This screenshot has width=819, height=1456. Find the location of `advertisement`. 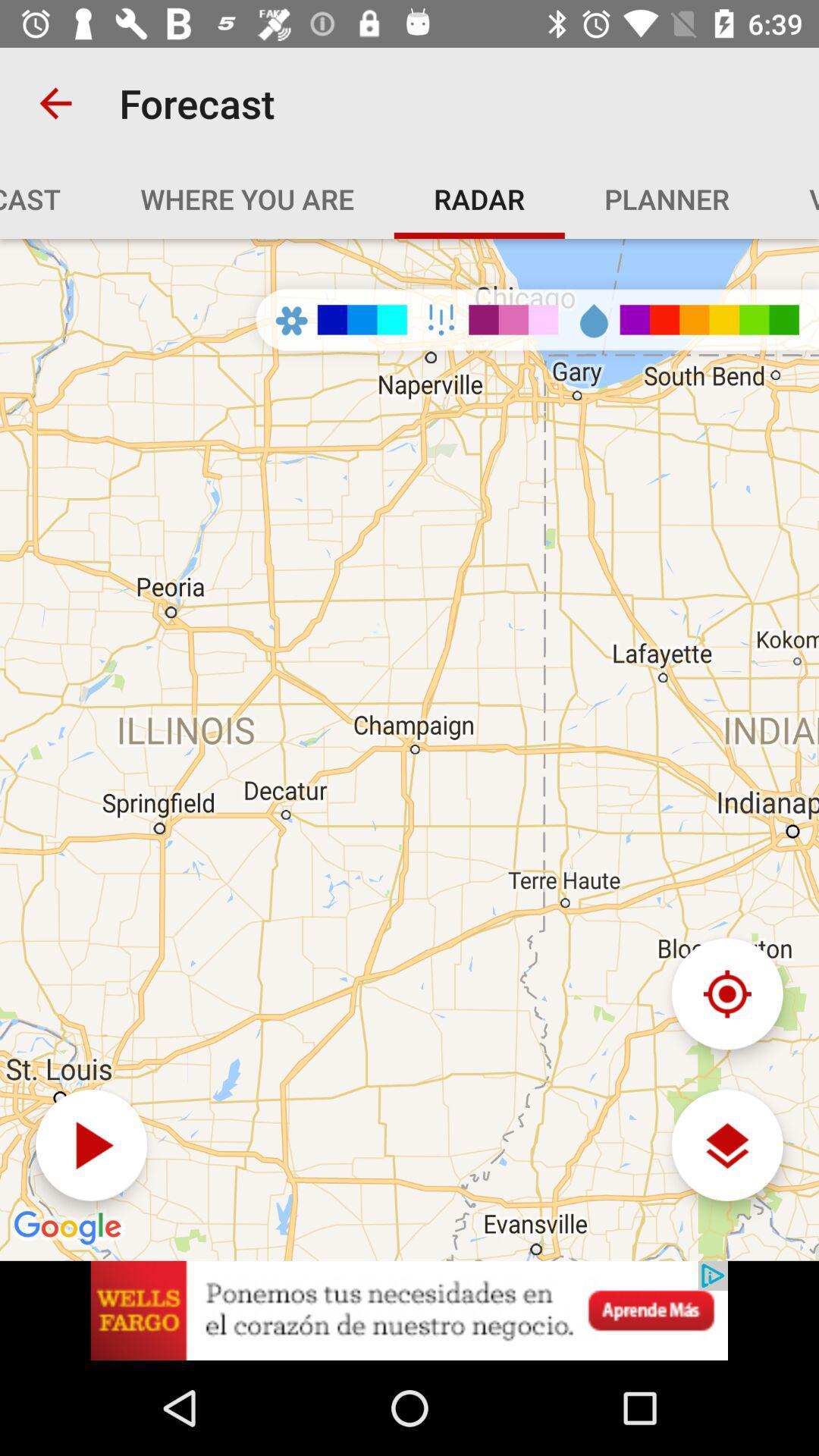

advertisement is located at coordinates (409, 1310).